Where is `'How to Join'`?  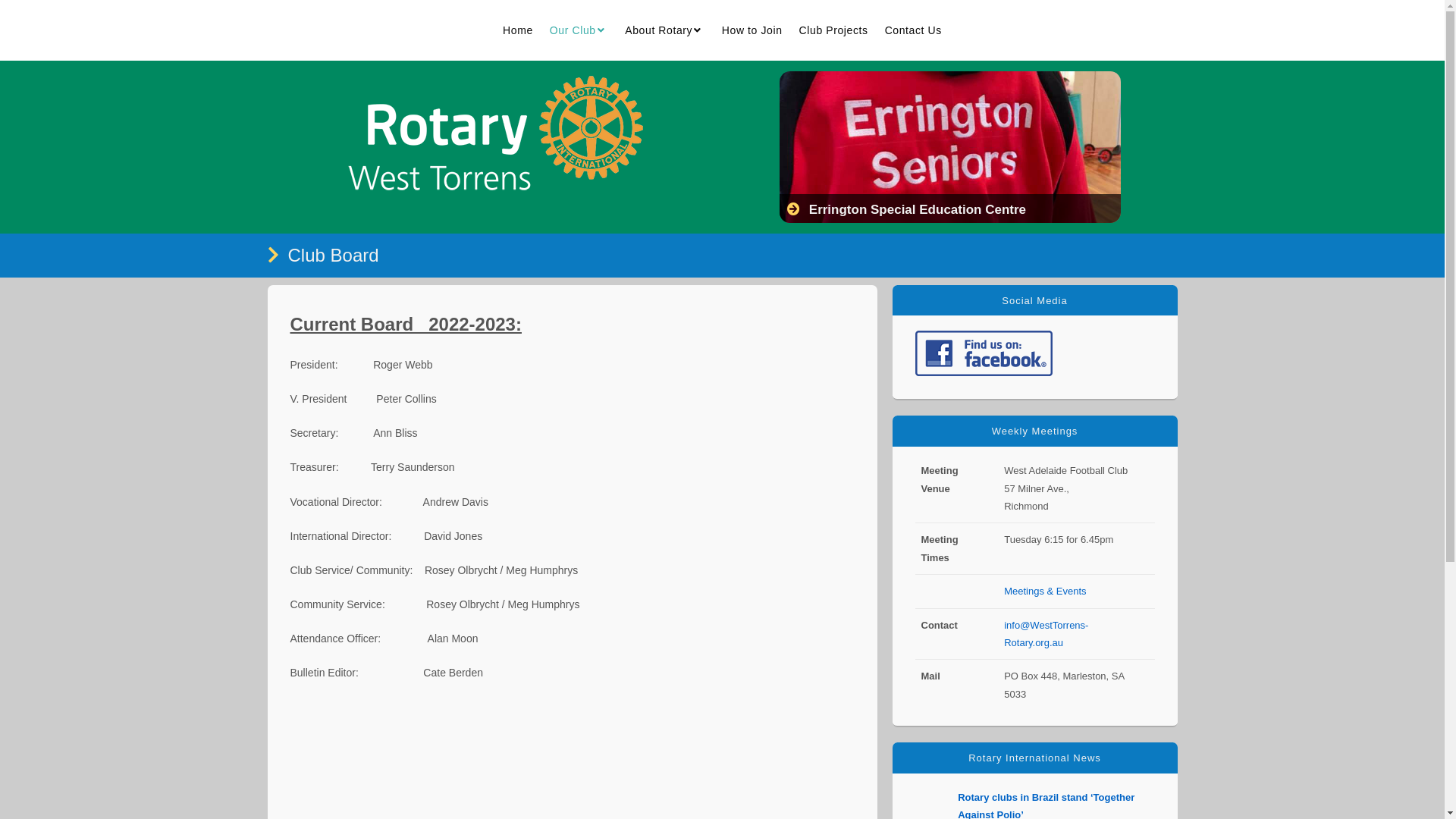
'How to Join' is located at coordinates (752, 30).